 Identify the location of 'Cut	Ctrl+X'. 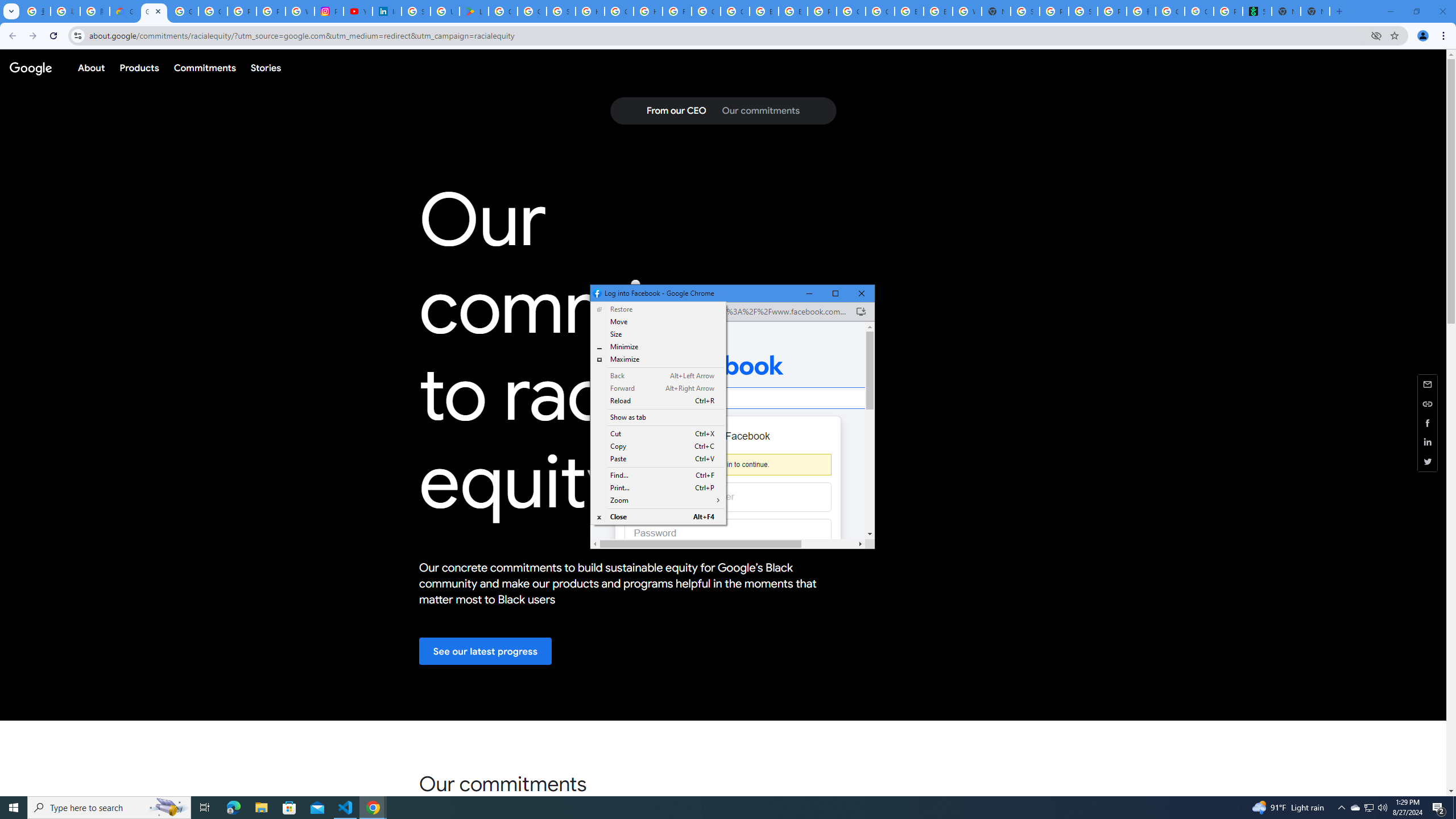
(658, 433).